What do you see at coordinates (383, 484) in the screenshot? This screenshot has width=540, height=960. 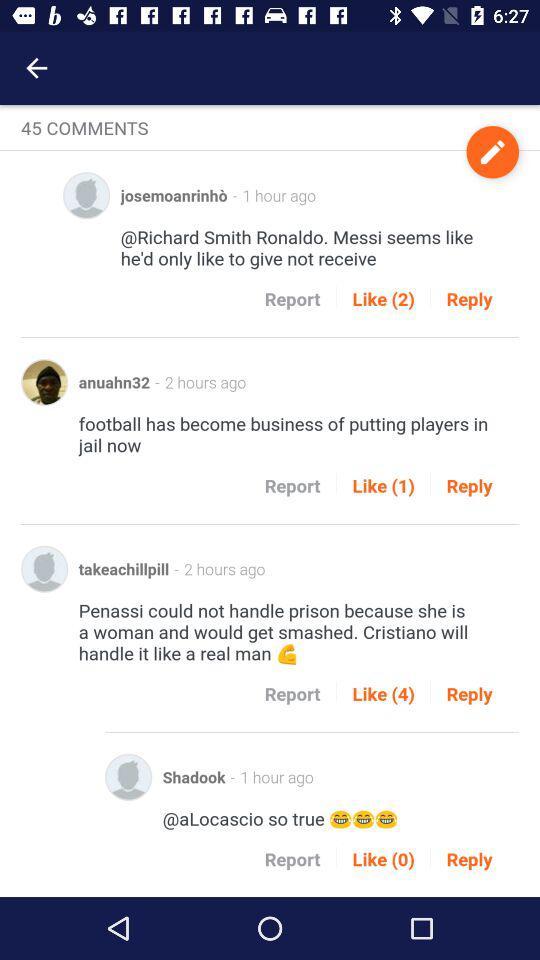 I see `item below the football has become item` at bounding box center [383, 484].